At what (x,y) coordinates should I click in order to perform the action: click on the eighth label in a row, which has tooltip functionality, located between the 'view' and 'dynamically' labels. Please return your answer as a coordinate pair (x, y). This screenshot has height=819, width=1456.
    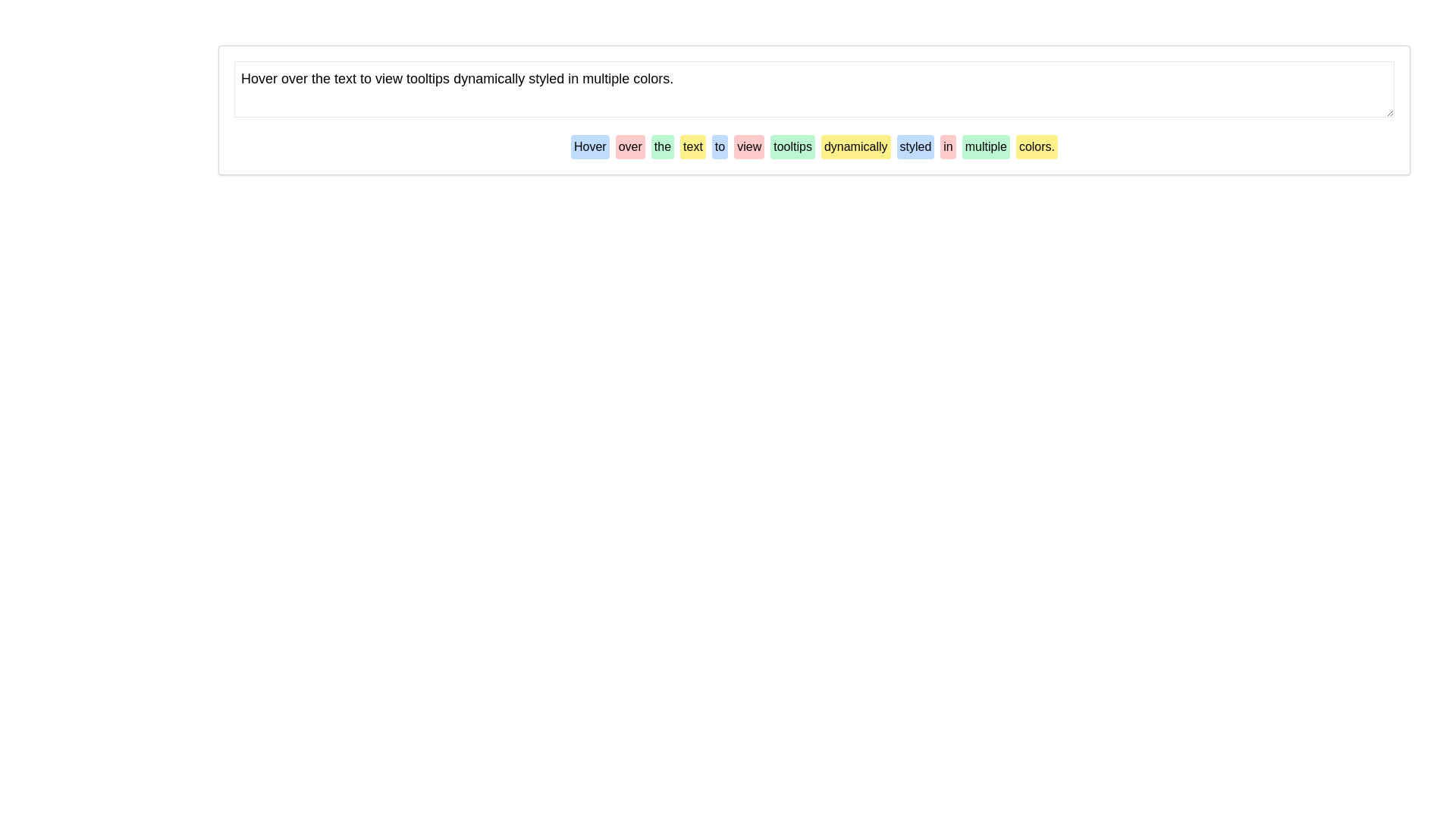
    Looking at the image, I should click on (792, 146).